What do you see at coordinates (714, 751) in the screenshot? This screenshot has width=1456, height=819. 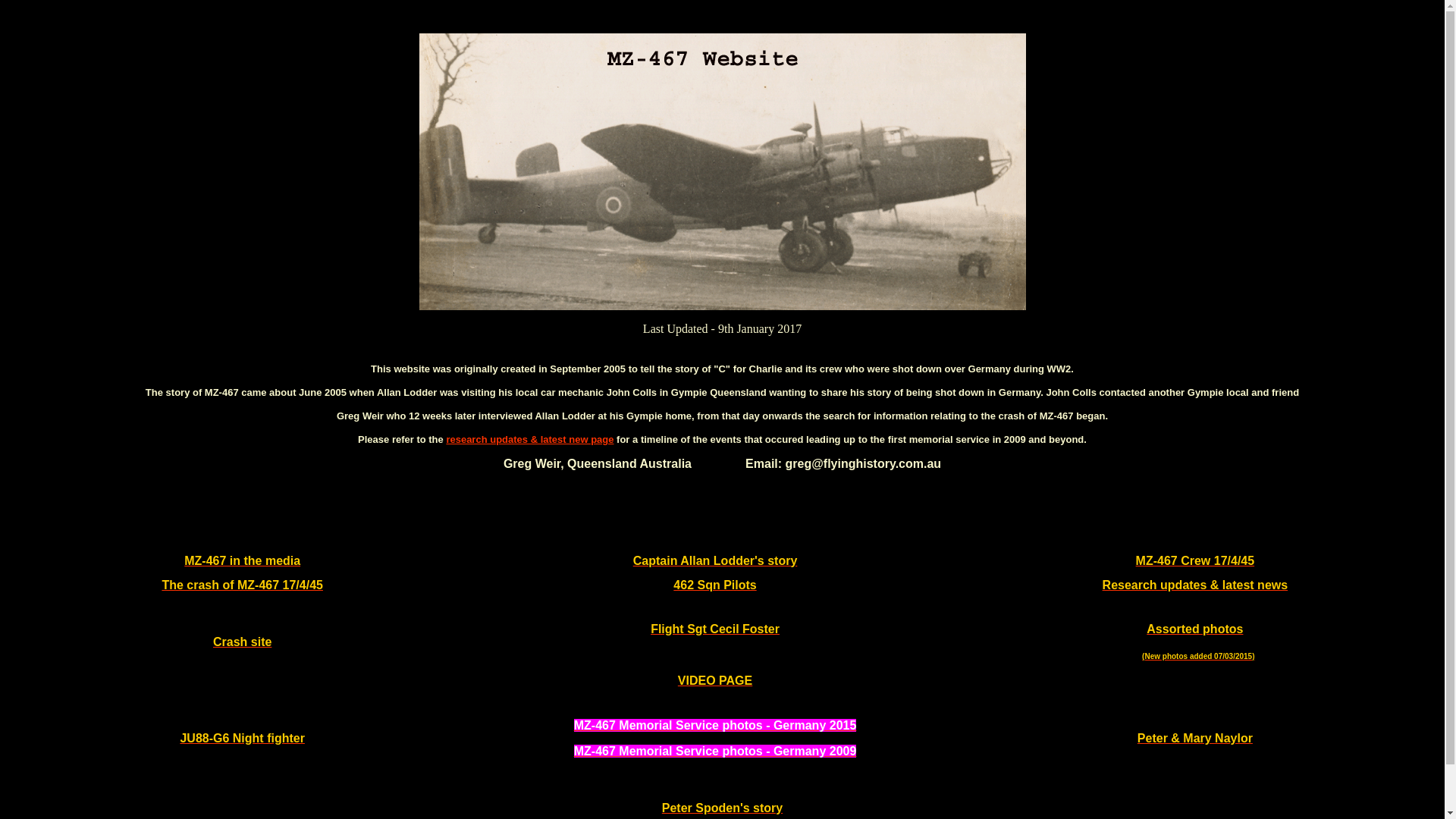 I see `'MZ-467 Memorial Service photos - Germany 2009'` at bounding box center [714, 751].